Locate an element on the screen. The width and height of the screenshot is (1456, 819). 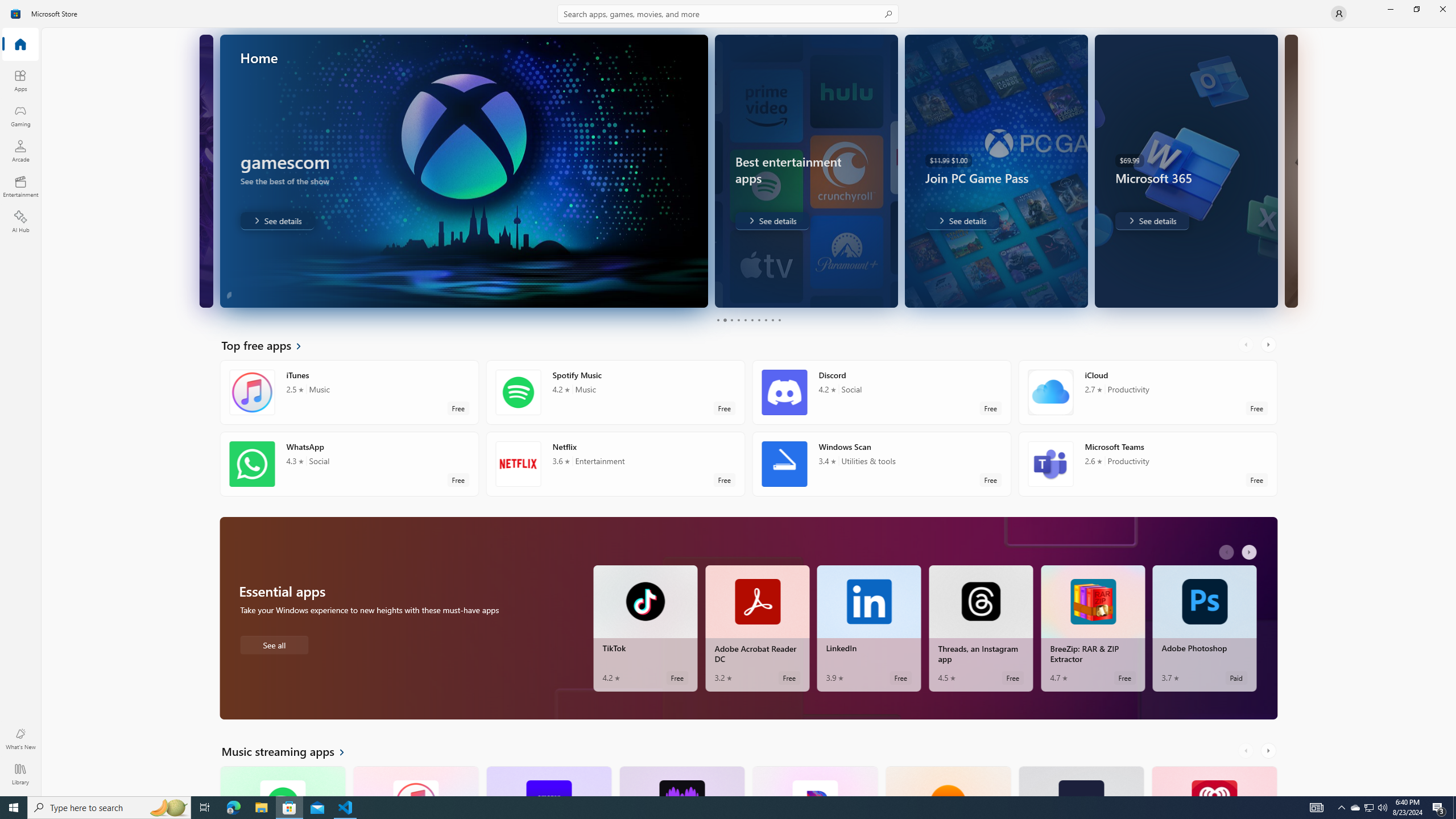
'WhatsApp. Average rating of 4.3 out of five stars. Free  ' is located at coordinates (349, 464).